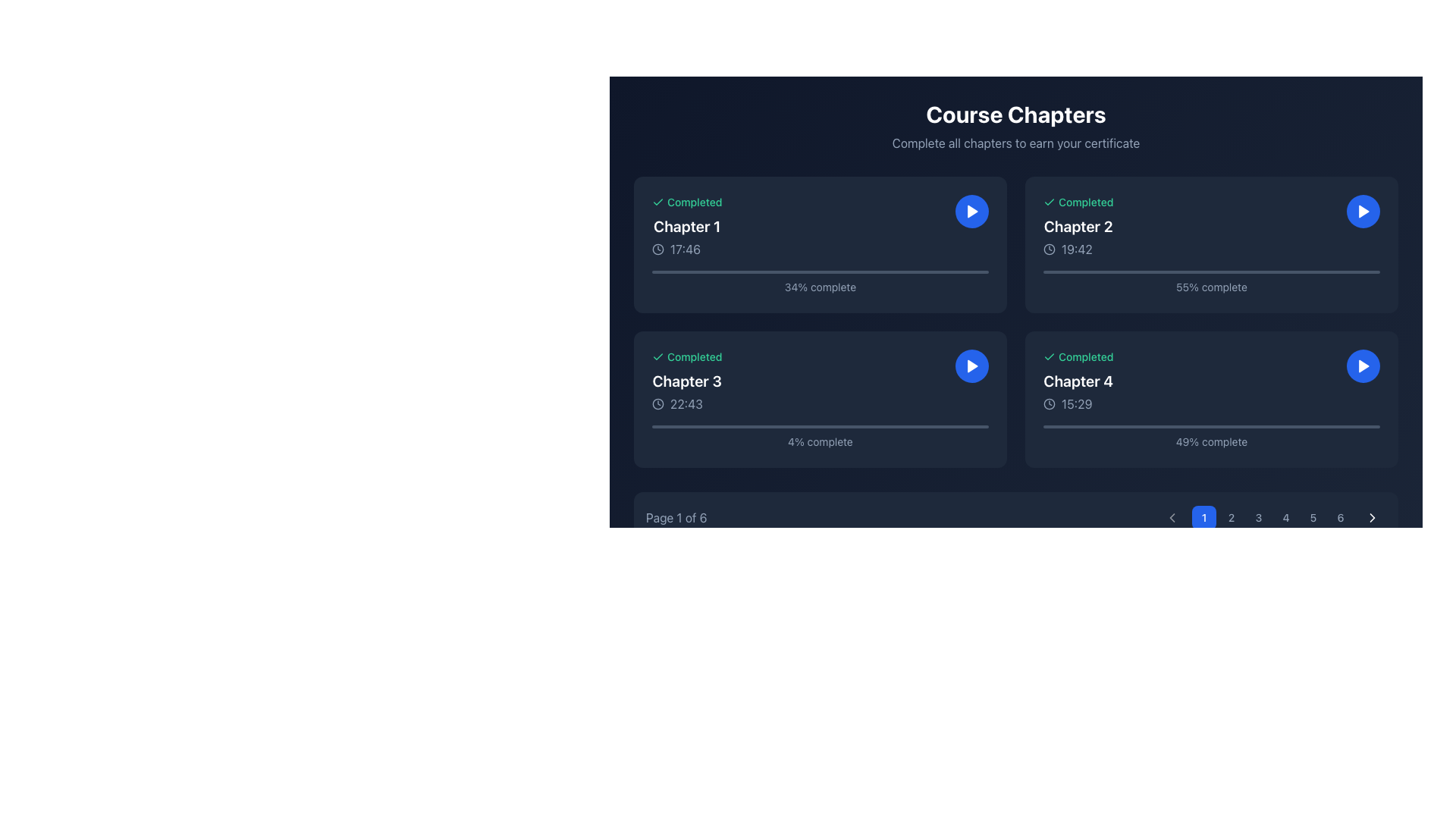 The height and width of the screenshot is (819, 1456). I want to click on the left-pointing chevron icon located at the bottom-right corner of the interface, so click(1171, 516).